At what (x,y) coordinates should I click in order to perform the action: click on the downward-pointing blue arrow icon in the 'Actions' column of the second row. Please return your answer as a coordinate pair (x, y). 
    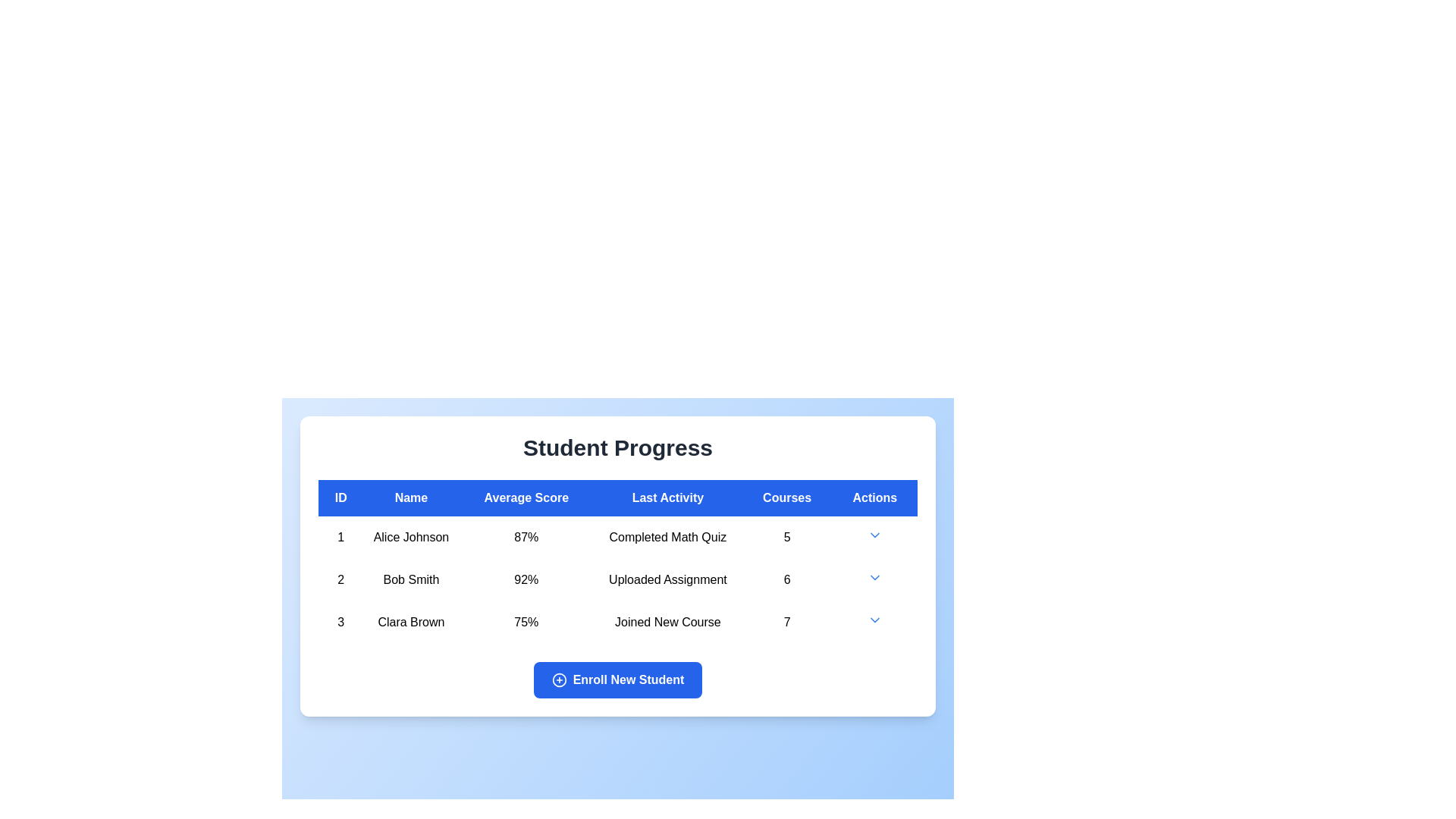
    Looking at the image, I should click on (874, 577).